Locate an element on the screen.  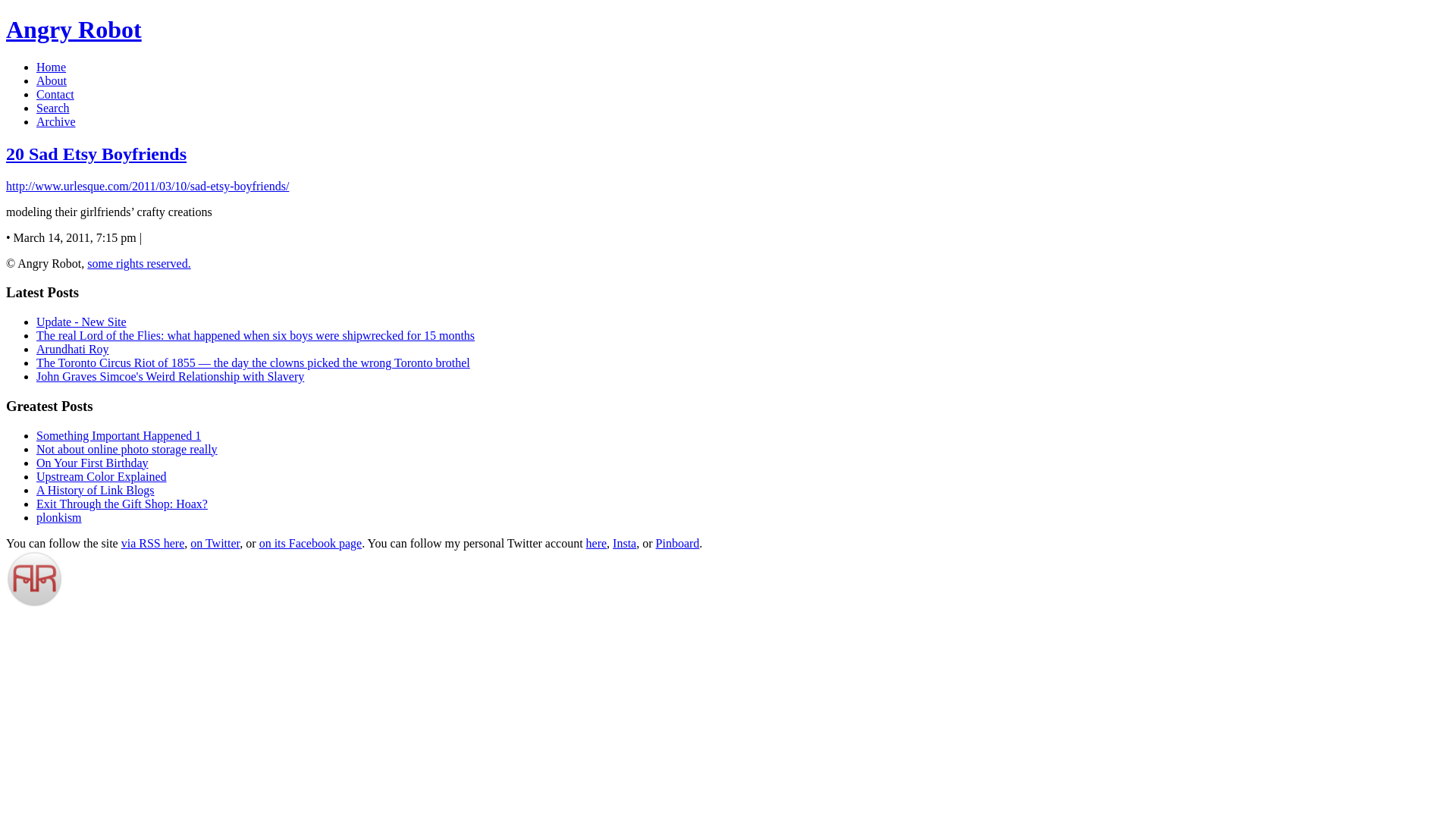
'here' is located at coordinates (585, 542).